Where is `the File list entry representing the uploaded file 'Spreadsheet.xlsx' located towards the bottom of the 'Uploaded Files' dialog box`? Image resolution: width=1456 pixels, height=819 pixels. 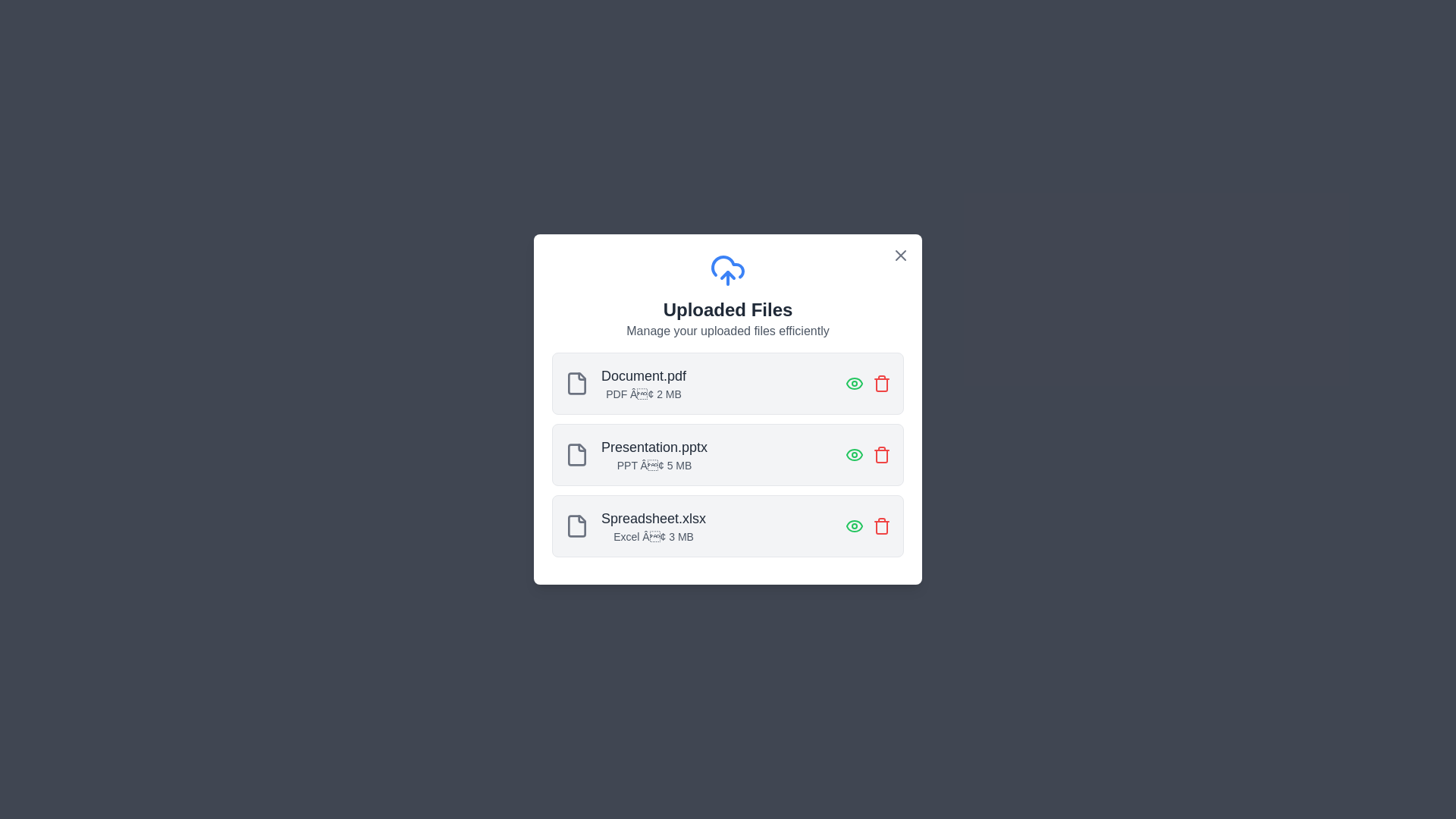
the File list entry representing the uploaded file 'Spreadsheet.xlsx' located towards the bottom of the 'Uploaded Files' dialog box is located at coordinates (635, 526).